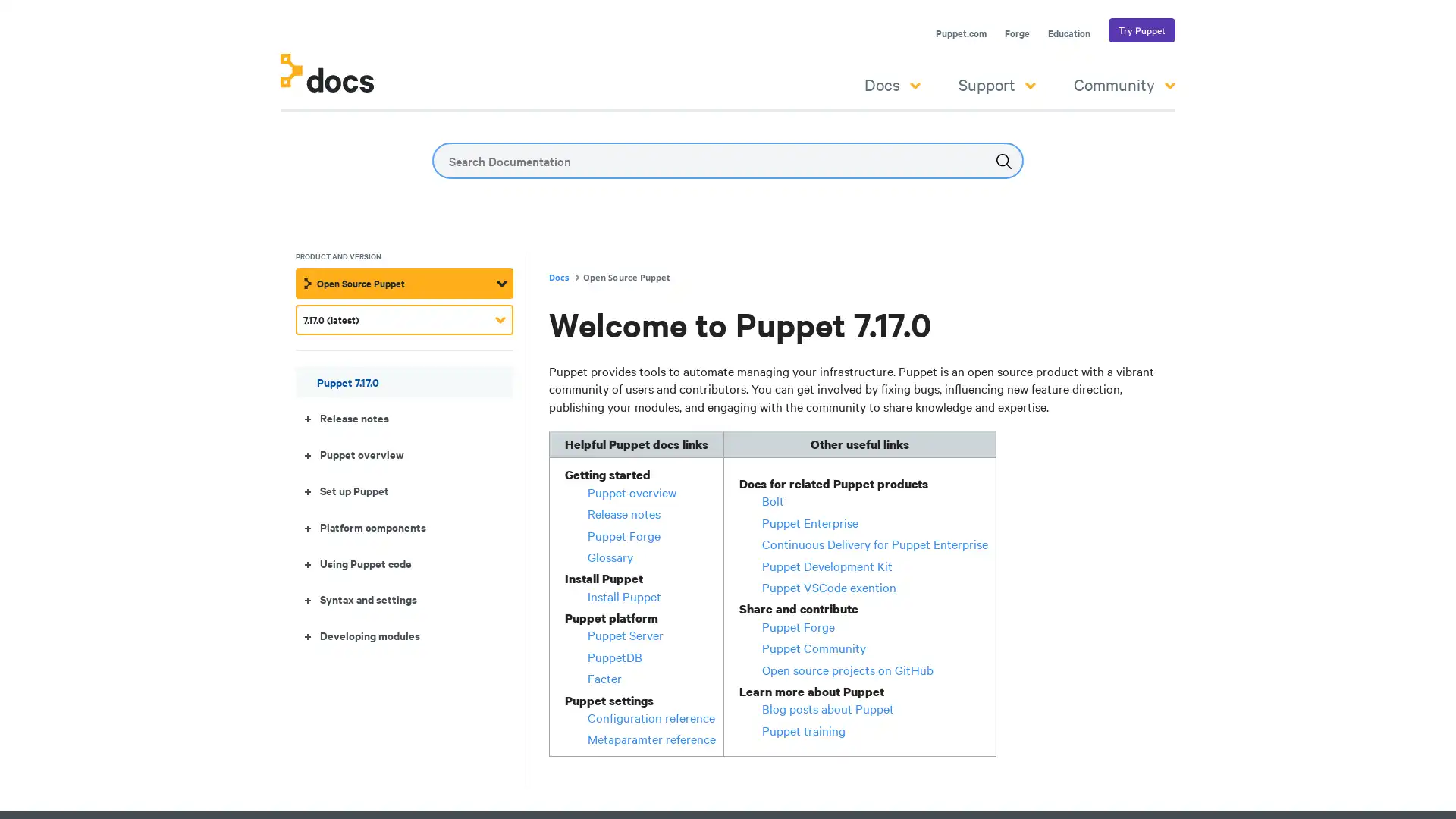 Image resolution: width=1456 pixels, height=819 pixels. What do you see at coordinates (1004, 161) in the screenshot?
I see `Submit the search query.` at bounding box center [1004, 161].